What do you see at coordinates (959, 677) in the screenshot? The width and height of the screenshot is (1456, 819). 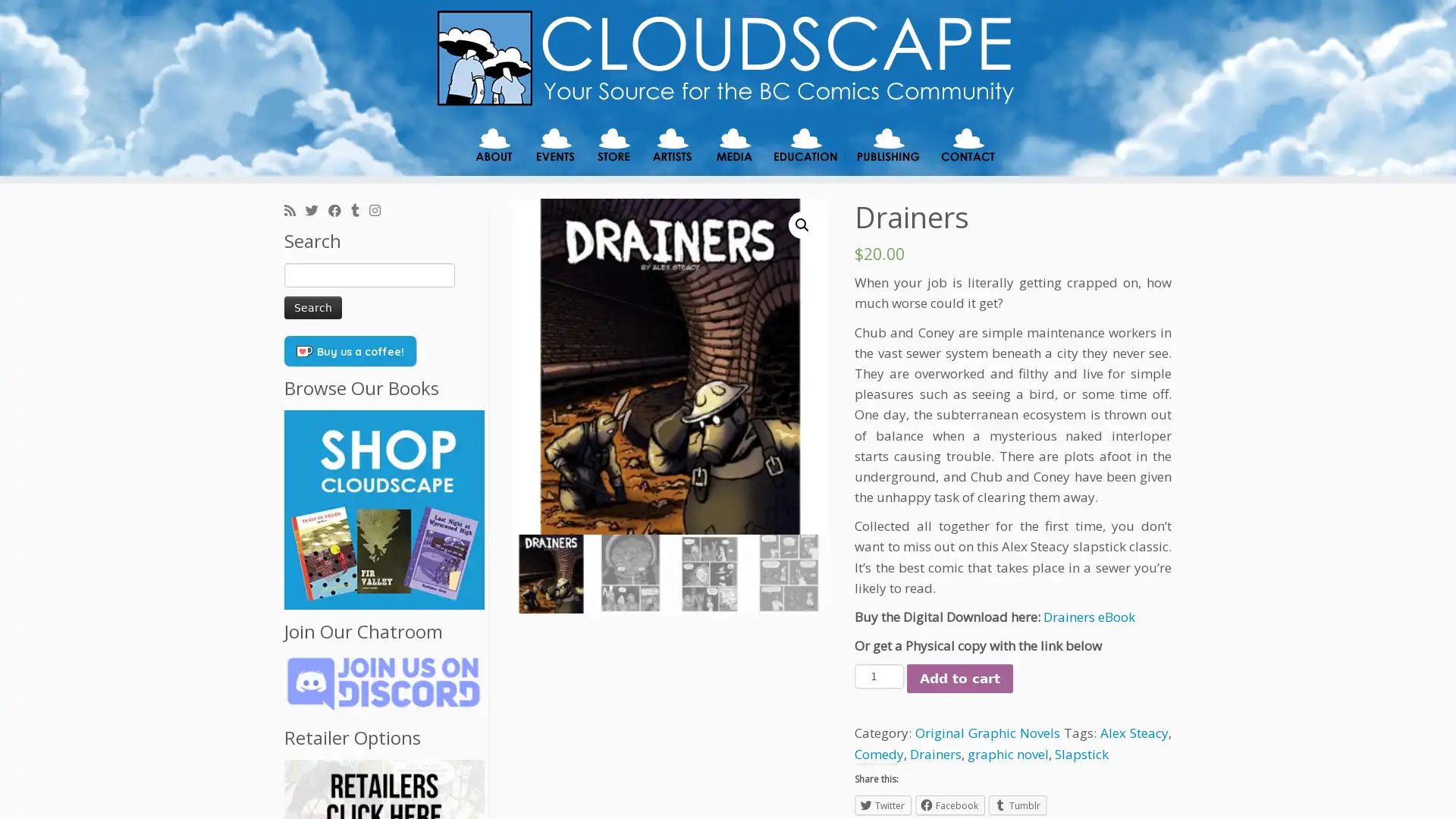 I see `Add to cart` at bounding box center [959, 677].